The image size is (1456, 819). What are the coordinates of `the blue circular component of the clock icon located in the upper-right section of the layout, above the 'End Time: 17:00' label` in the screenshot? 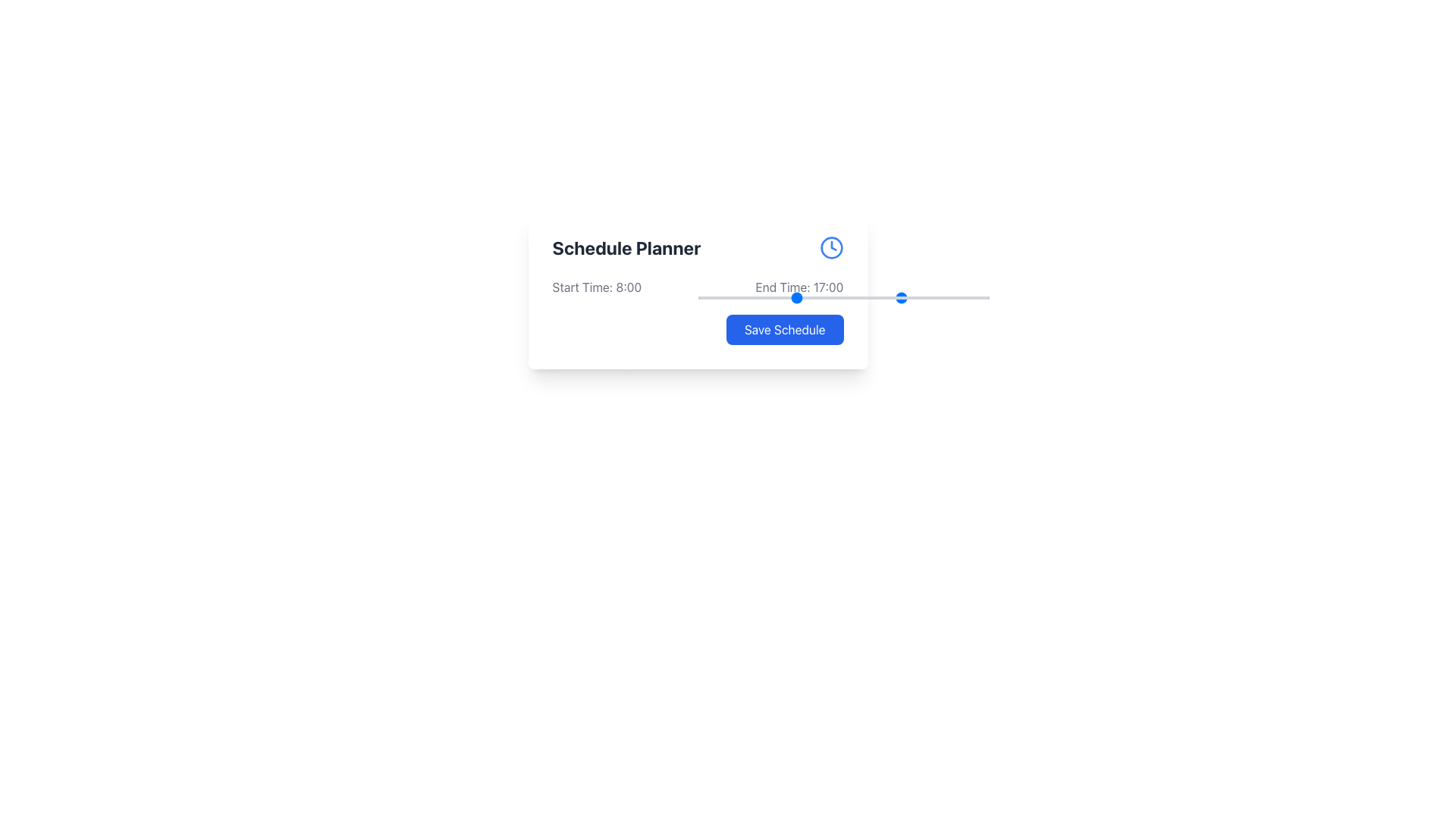 It's located at (830, 247).